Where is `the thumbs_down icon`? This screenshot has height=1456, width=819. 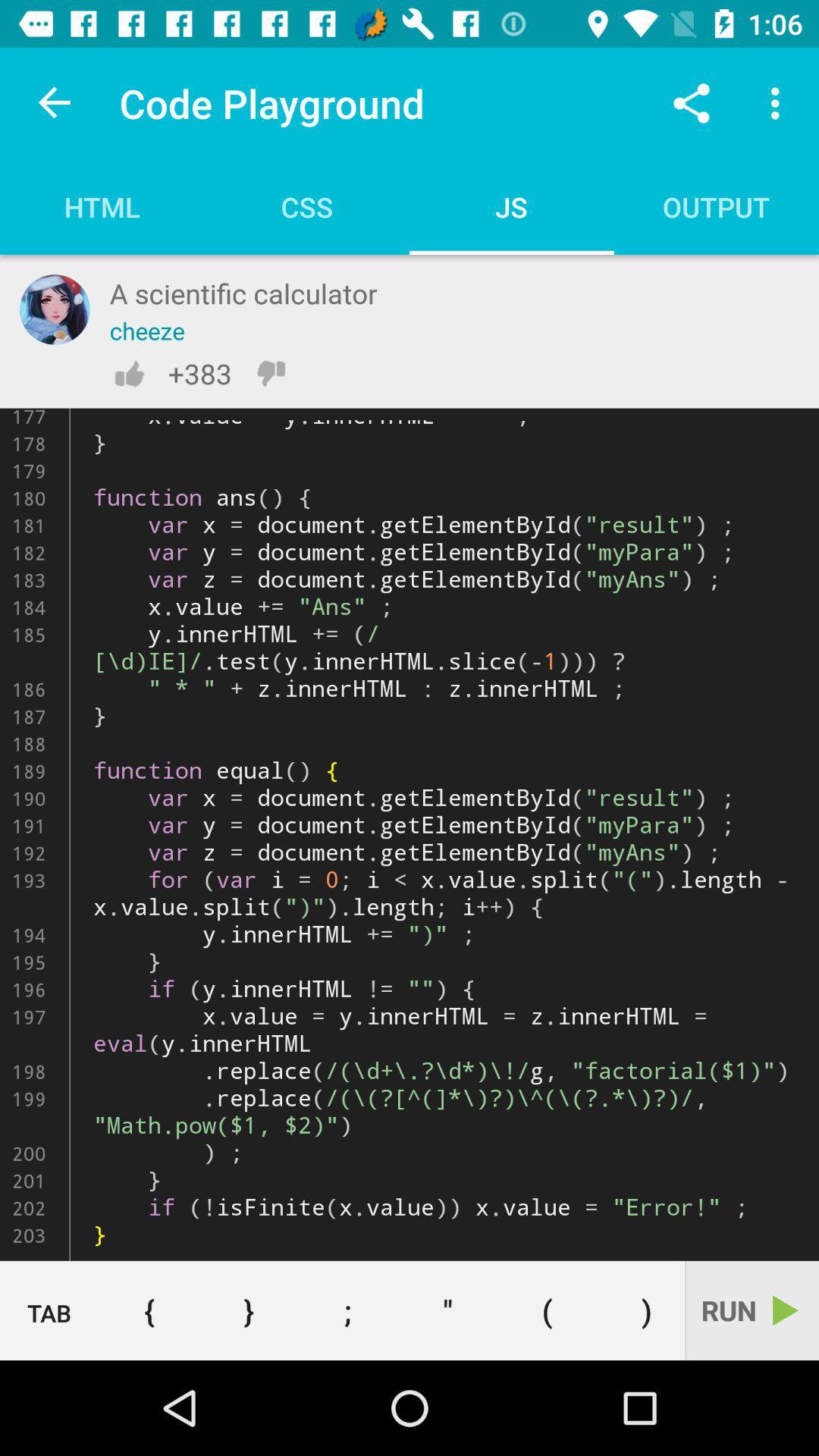
the thumbs_down icon is located at coordinates (270, 373).